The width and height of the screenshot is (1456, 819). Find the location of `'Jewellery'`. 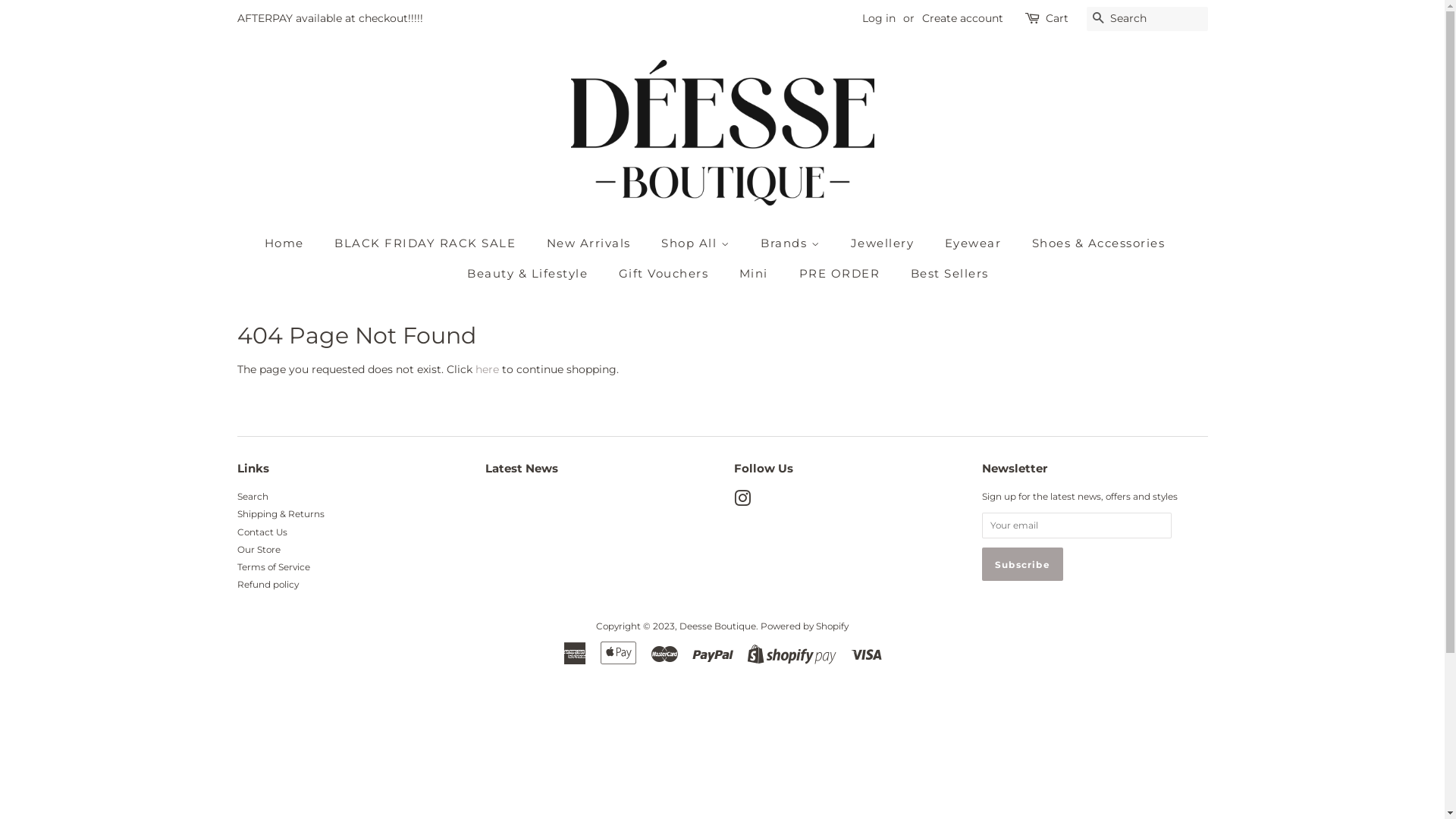

'Jewellery' is located at coordinates (884, 242).